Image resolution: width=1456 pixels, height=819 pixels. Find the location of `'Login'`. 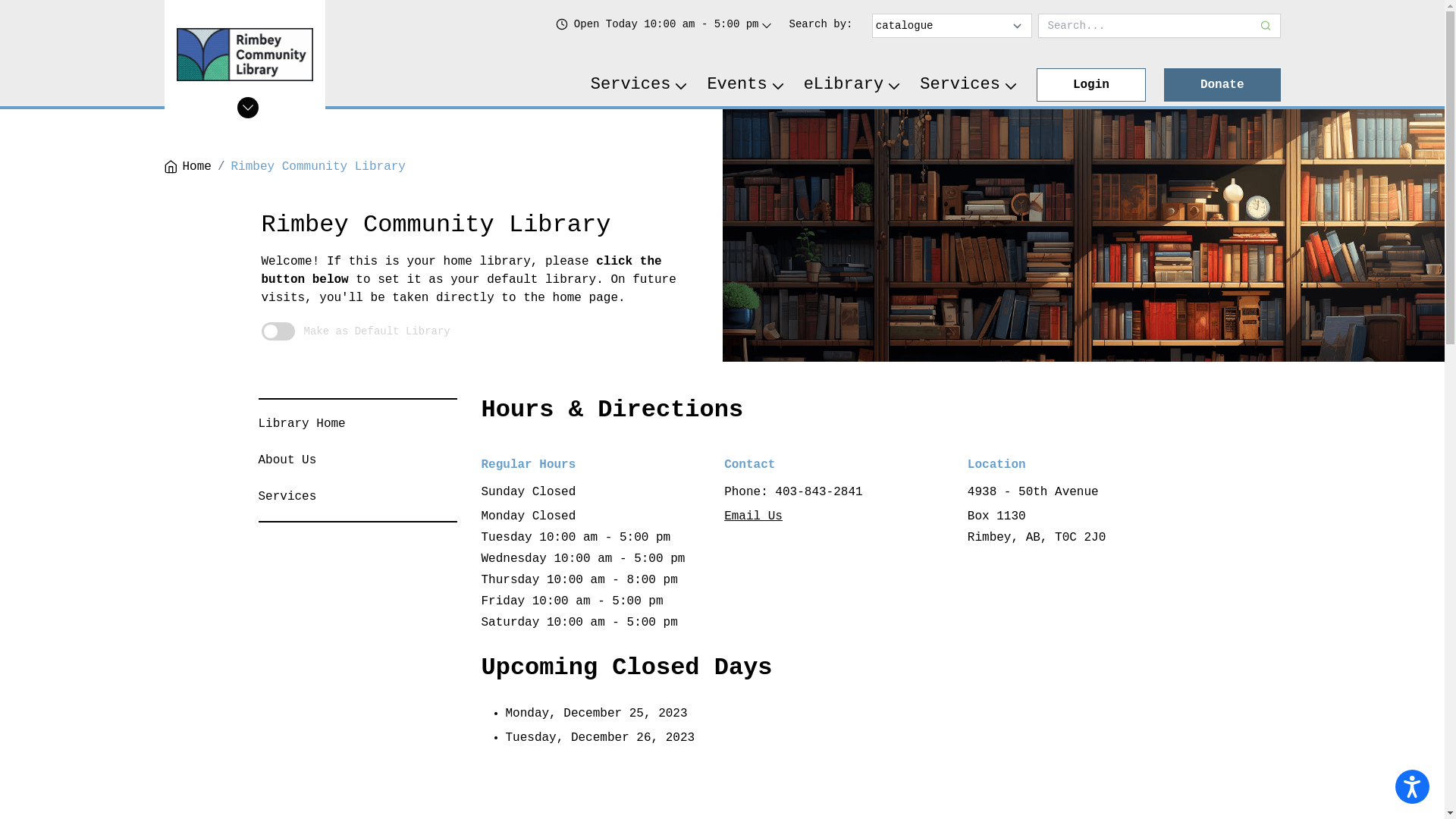

'Login' is located at coordinates (1090, 84).